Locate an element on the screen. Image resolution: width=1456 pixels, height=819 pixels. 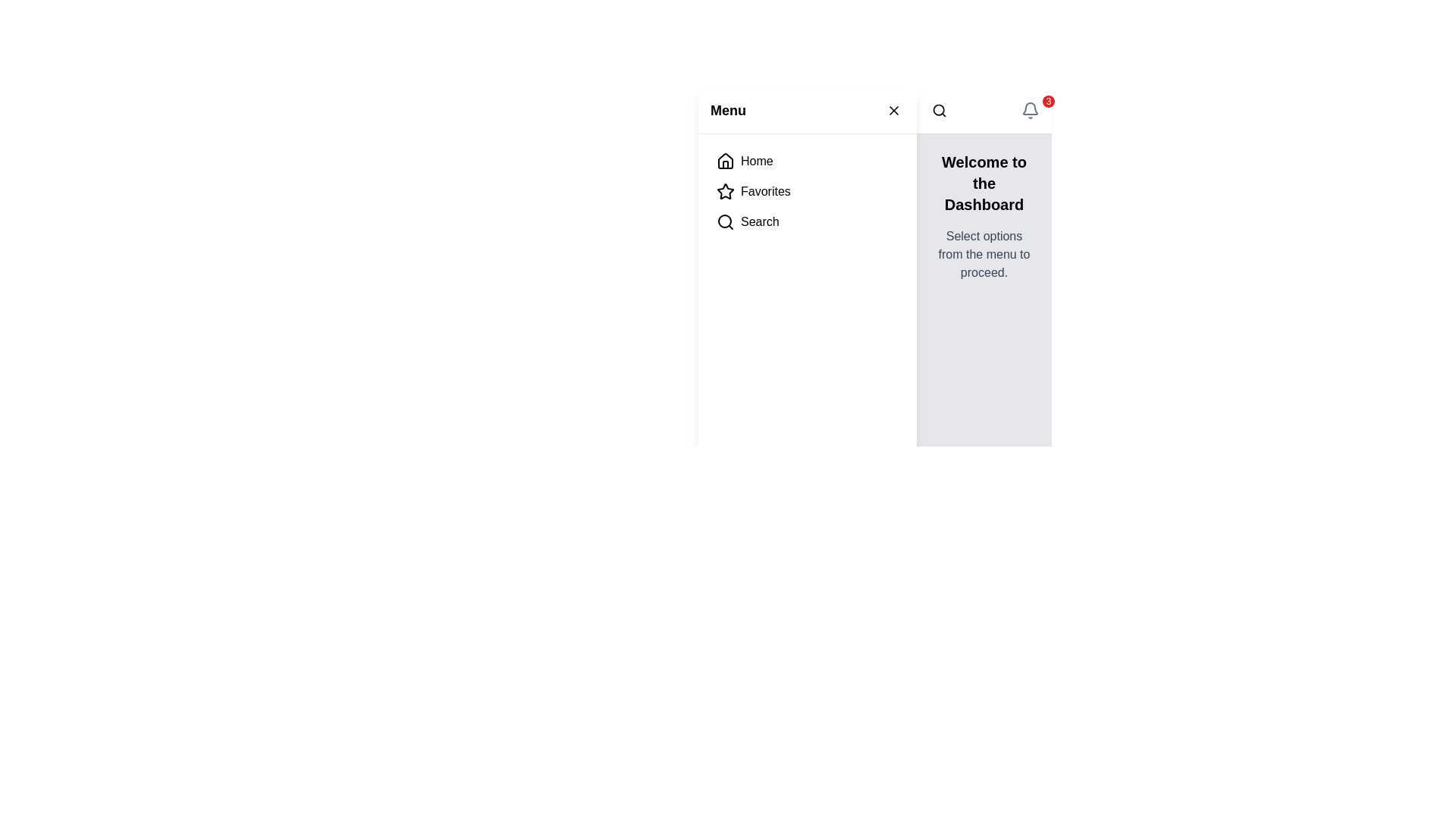
the 'Menu' static text label located at the top-left section of the user interface, which is styled in bold and larger font size is located at coordinates (728, 110).